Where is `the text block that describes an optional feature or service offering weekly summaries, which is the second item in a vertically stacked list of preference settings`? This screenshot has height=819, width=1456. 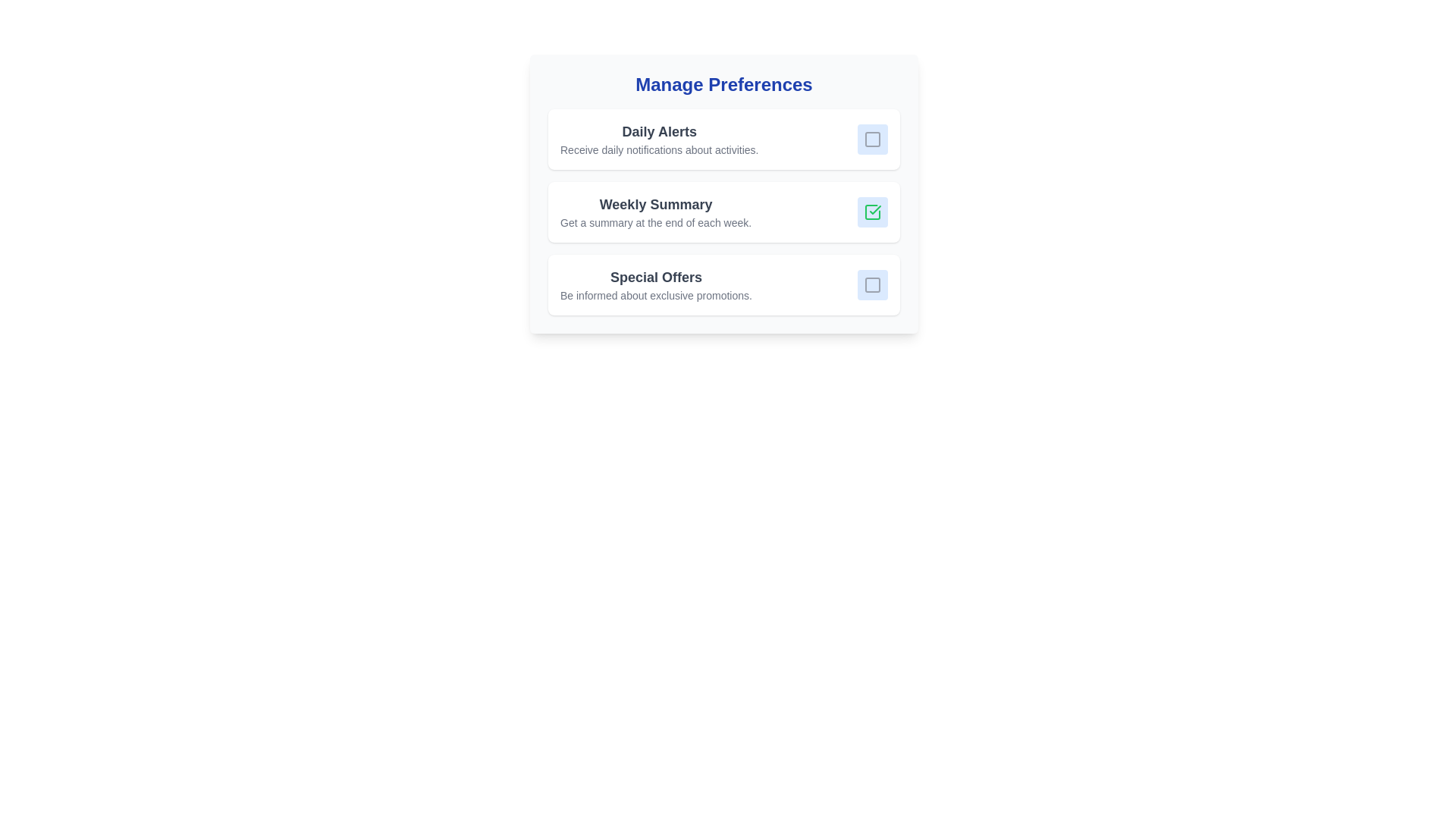
the text block that describes an optional feature or service offering weekly summaries, which is the second item in a vertically stacked list of preference settings is located at coordinates (656, 212).